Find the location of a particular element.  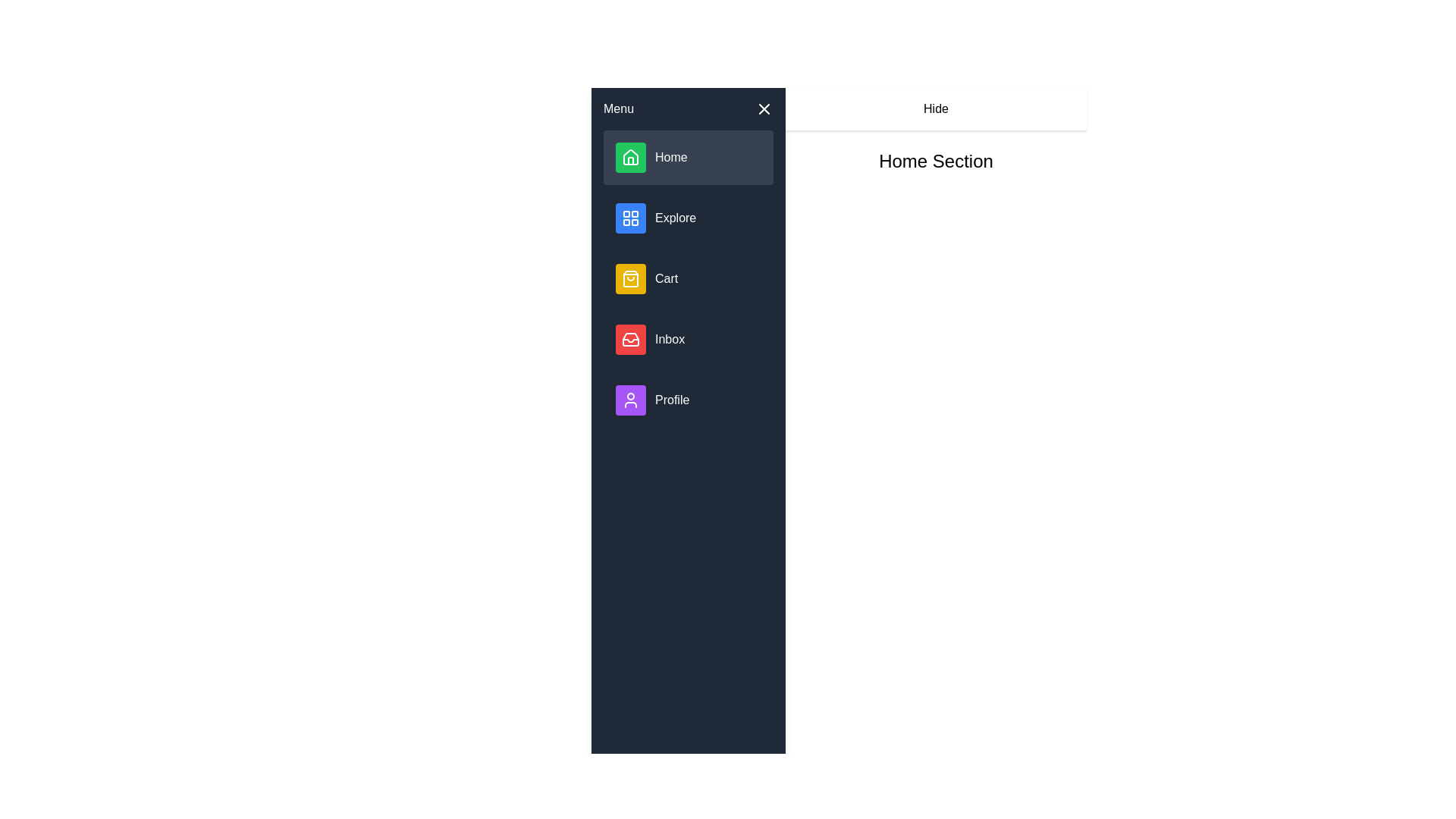

SVG properties of the shopping bag icon, which is part of the 'Cart' option in the vertical menu list on the left side of the interface is located at coordinates (630, 278).